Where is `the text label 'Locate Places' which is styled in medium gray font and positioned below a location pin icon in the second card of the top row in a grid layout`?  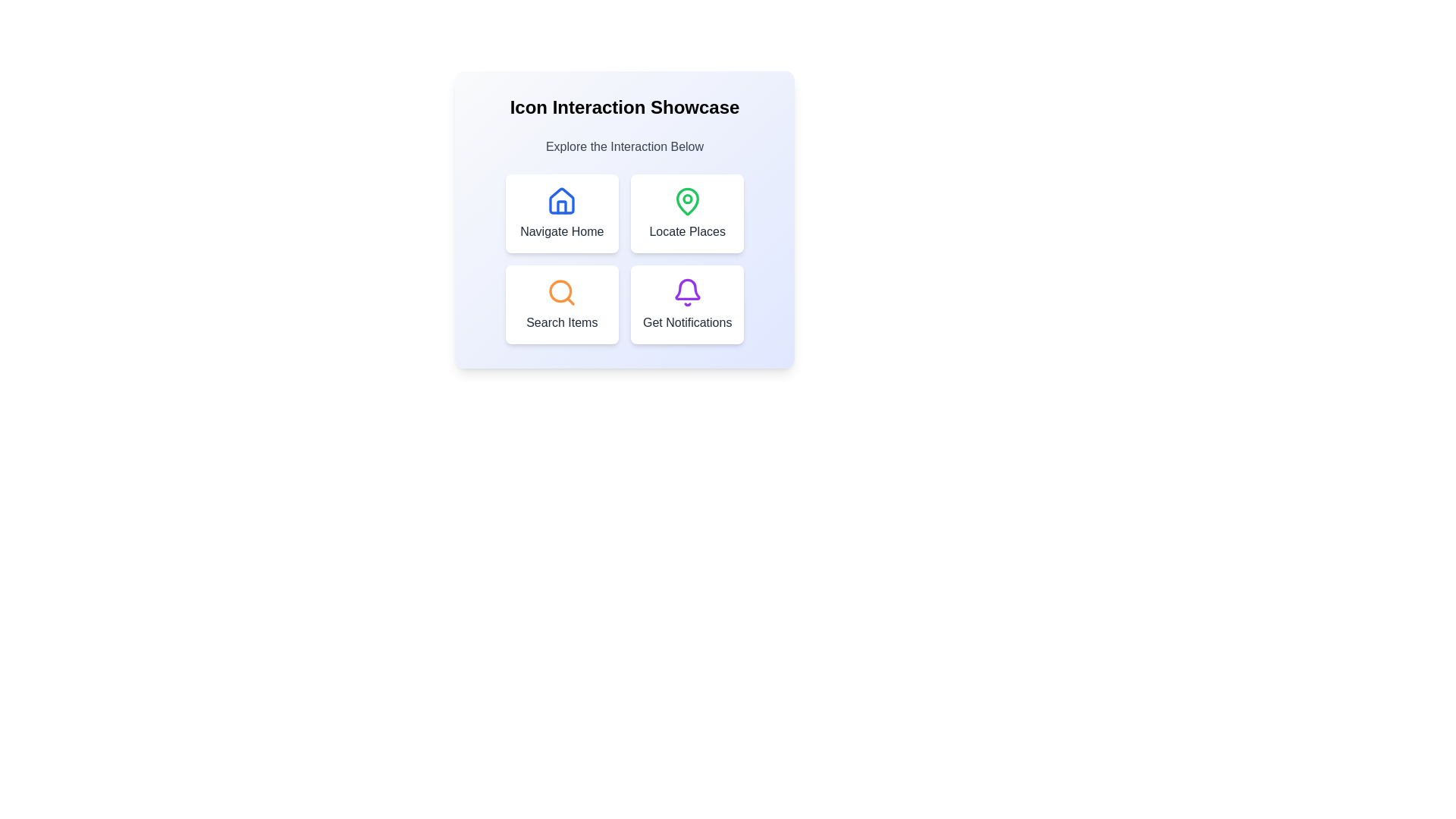
the text label 'Locate Places' which is styled in medium gray font and positioned below a location pin icon in the second card of the top row in a grid layout is located at coordinates (686, 231).